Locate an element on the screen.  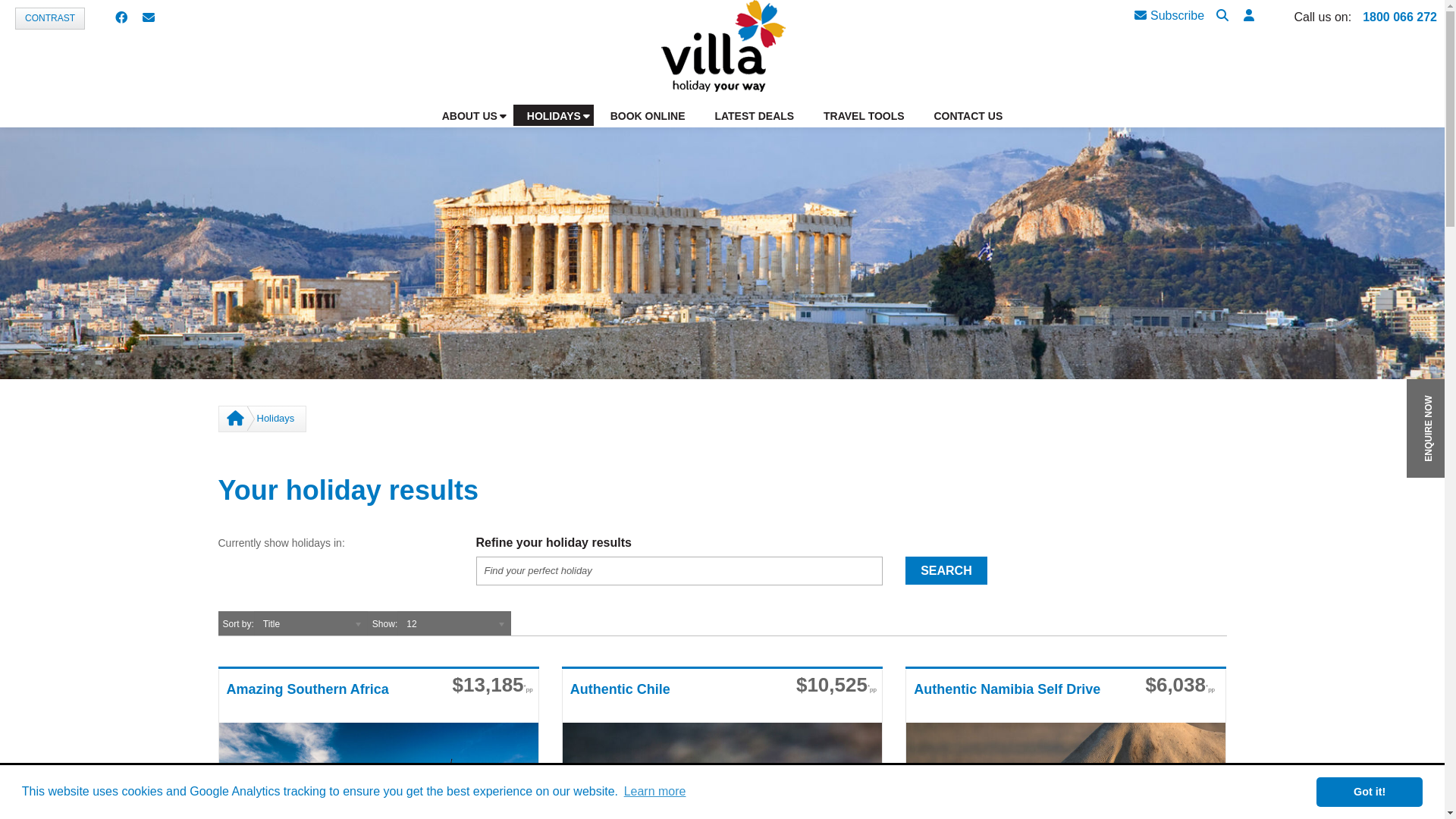
'Got it!' is located at coordinates (1369, 791).